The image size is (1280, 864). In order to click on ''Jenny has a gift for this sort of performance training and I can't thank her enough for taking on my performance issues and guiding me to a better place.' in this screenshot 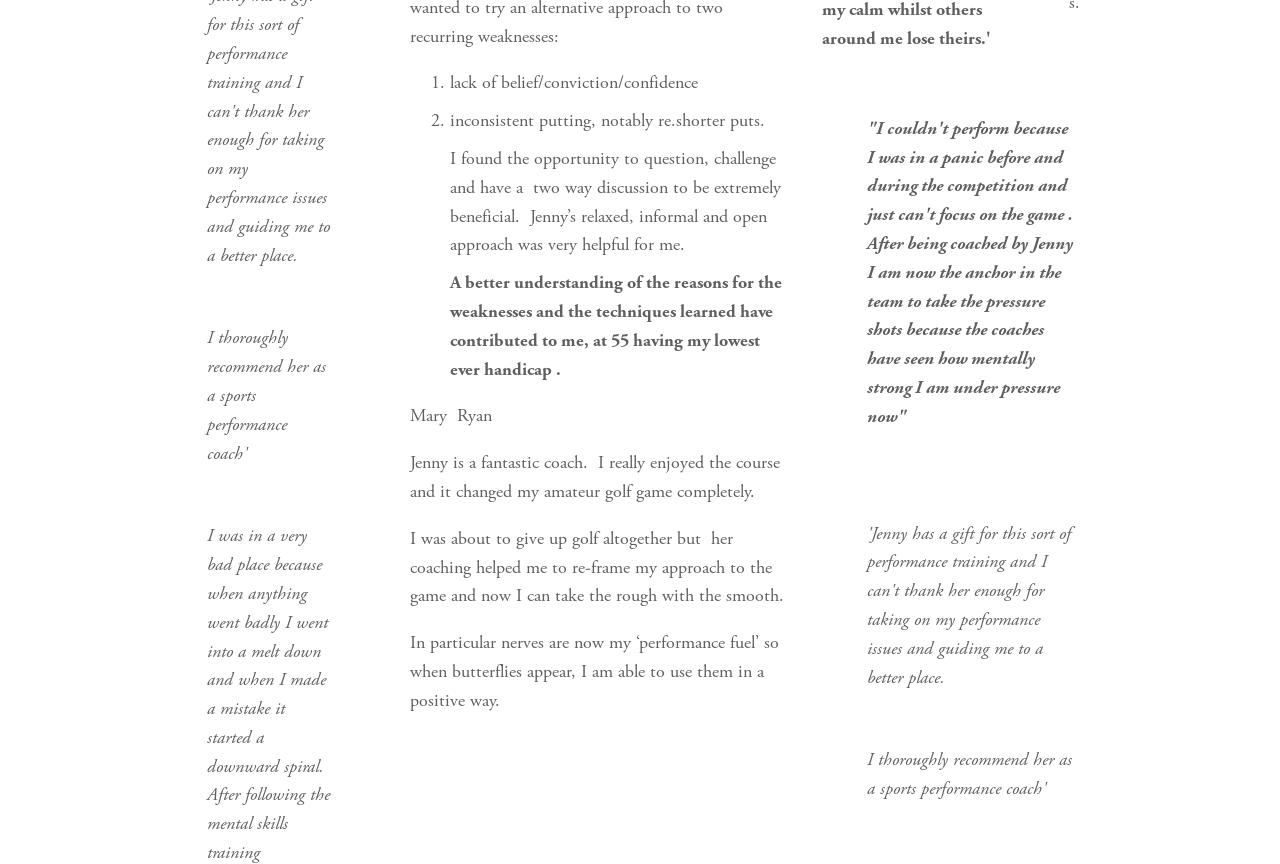, I will do `click(971, 603)`.